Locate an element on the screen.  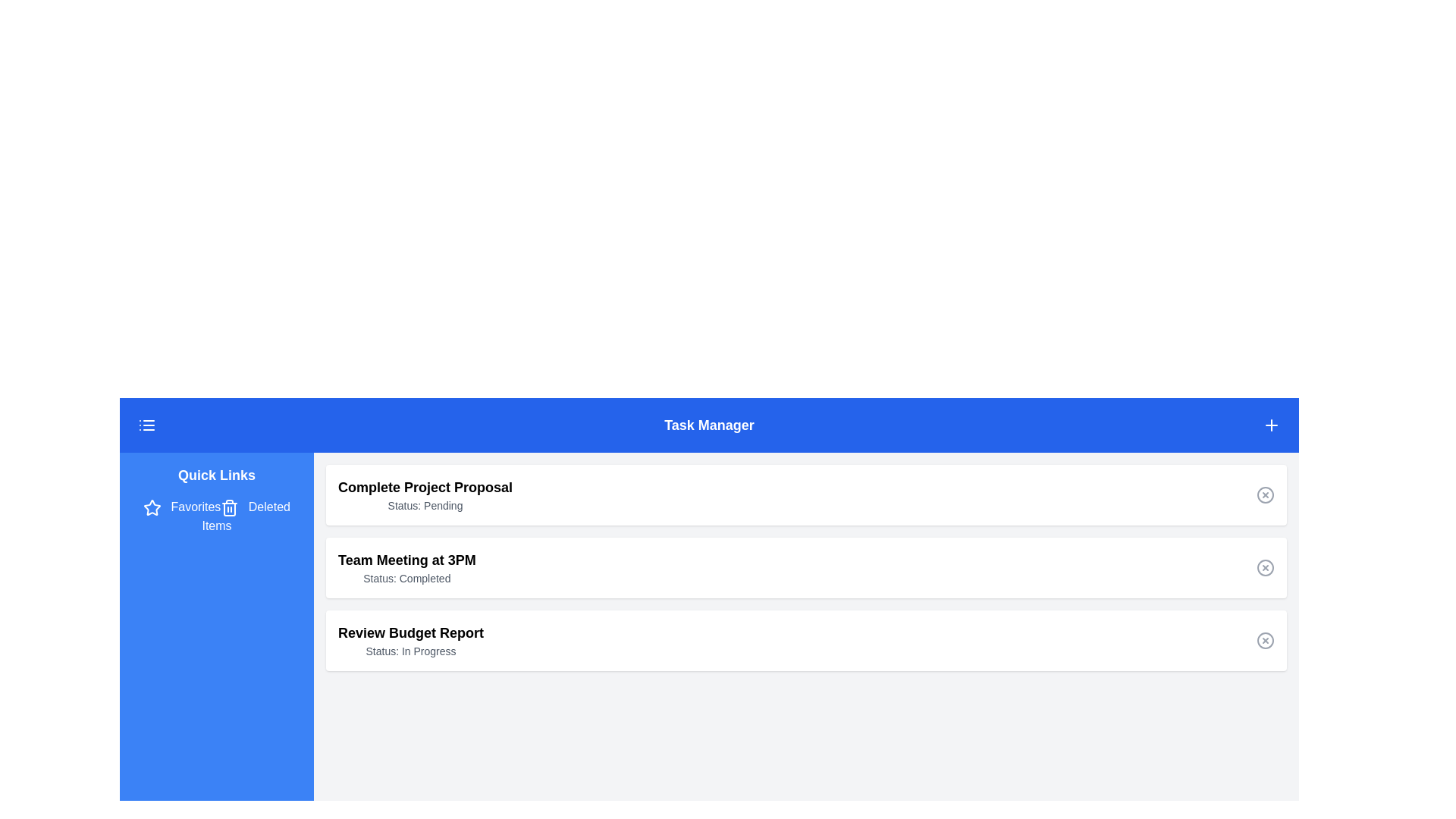
the informational text block that provides details about a project task, specifically its name and current status ('Pending'), located within the first card below the blue header bar is located at coordinates (425, 494).